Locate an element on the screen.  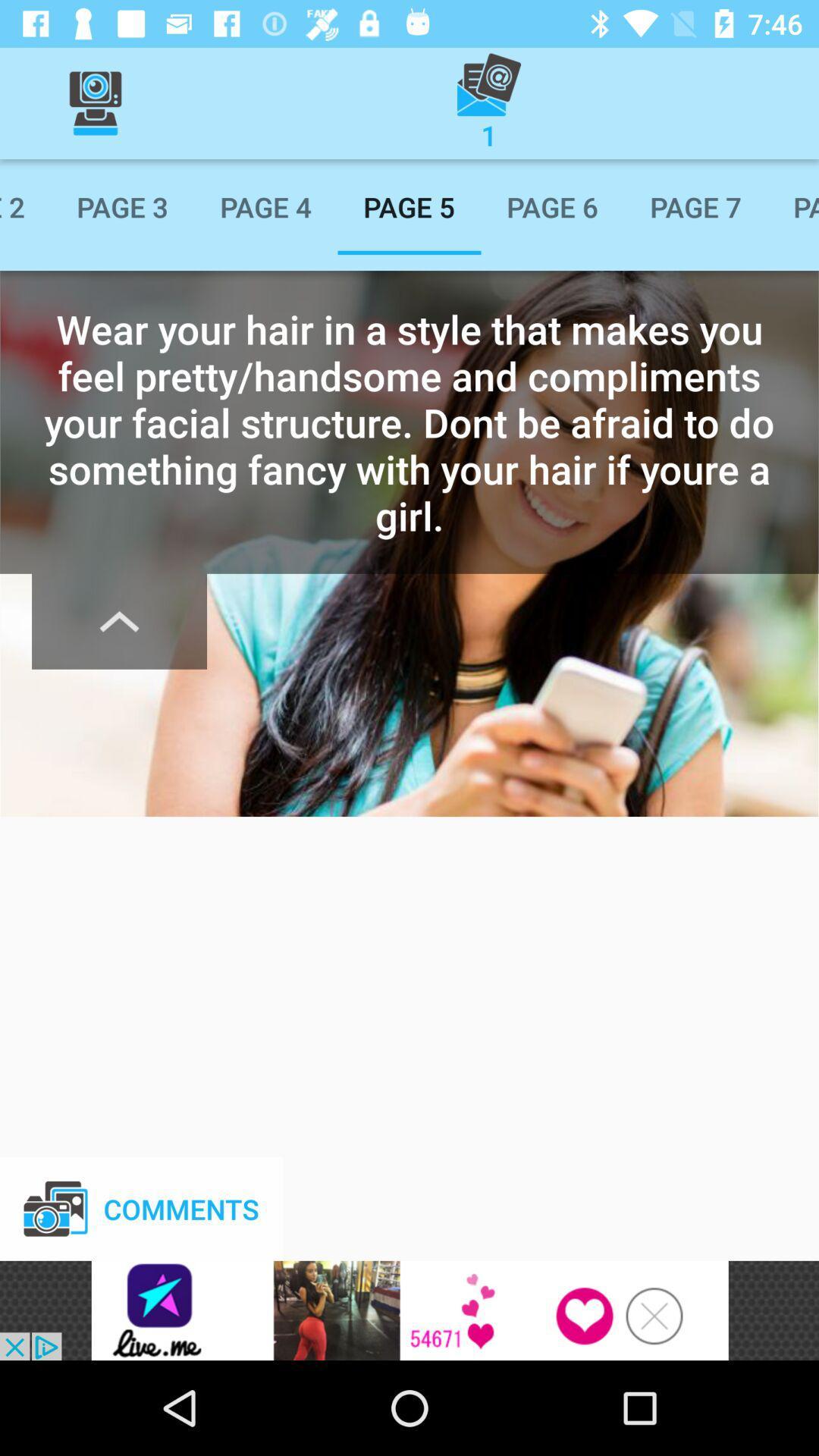
move up is located at coordinates (118, 621).